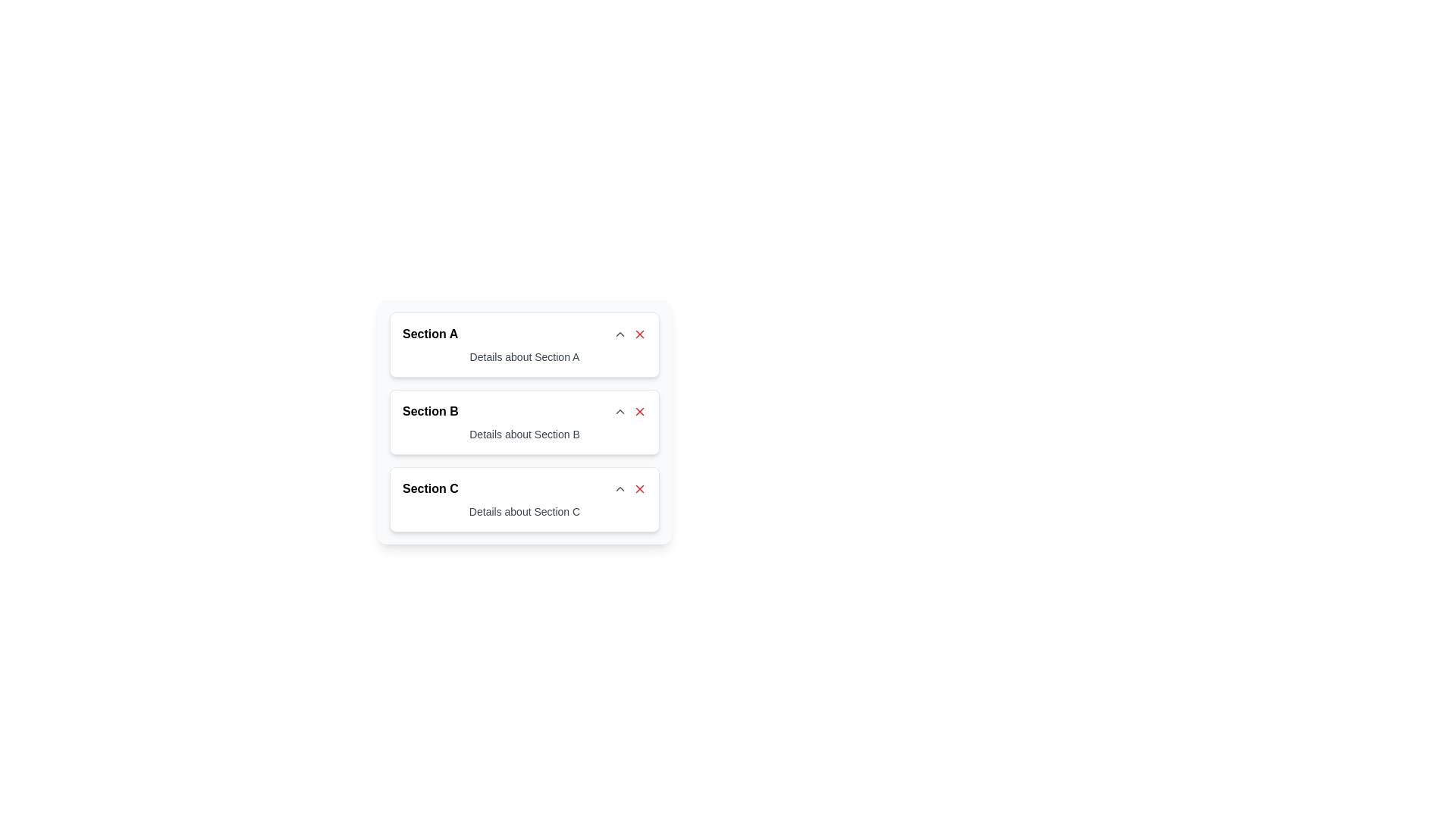 The width and height of the screenshot is (1456, 819). I want to click on the composite buttons located to the right of the 'Section C' header, so click(629, 488).